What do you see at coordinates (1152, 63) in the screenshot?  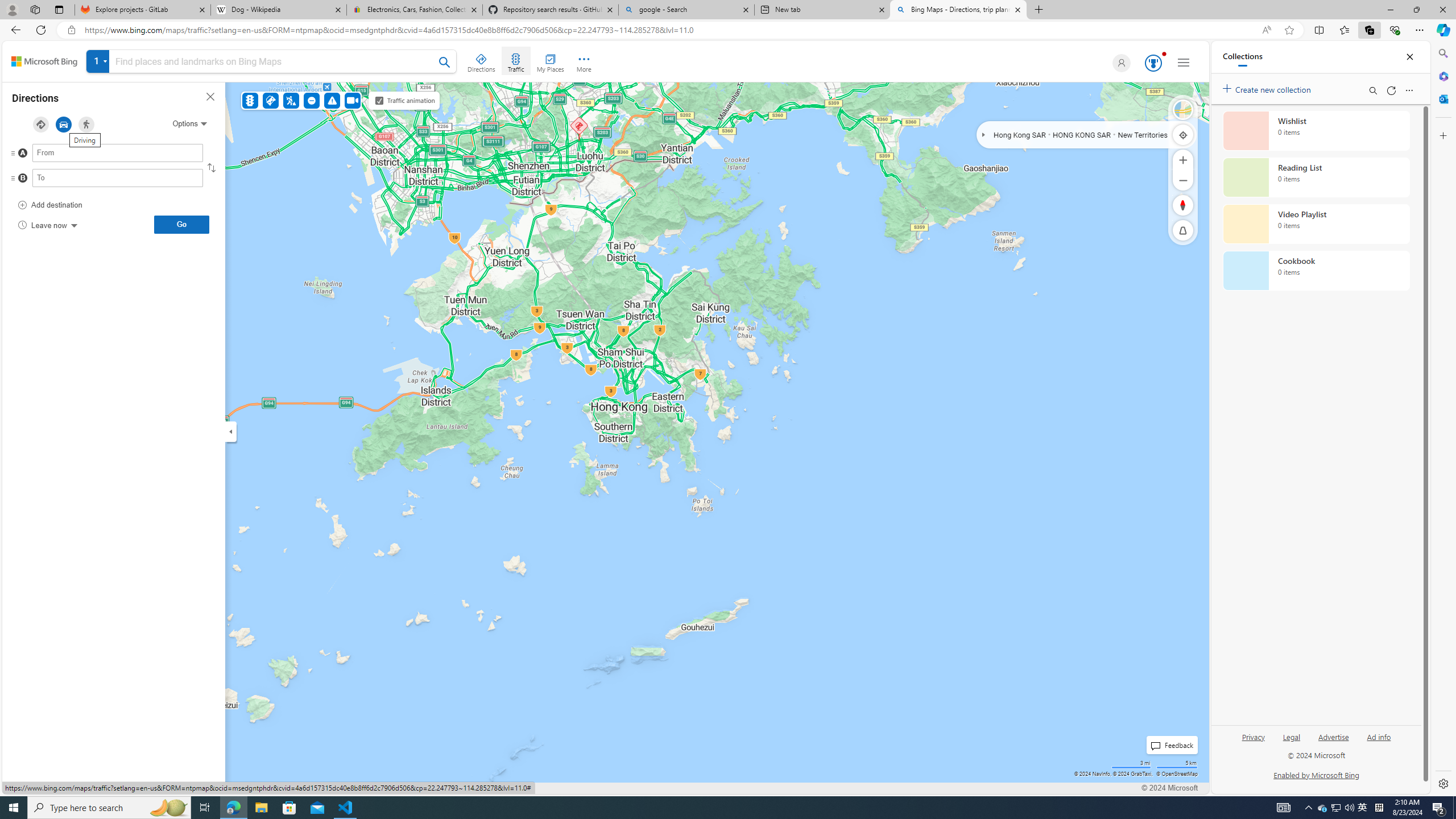 I see `'AutomationID: serp_medal_svg'` at bounding box center [1152, 63].